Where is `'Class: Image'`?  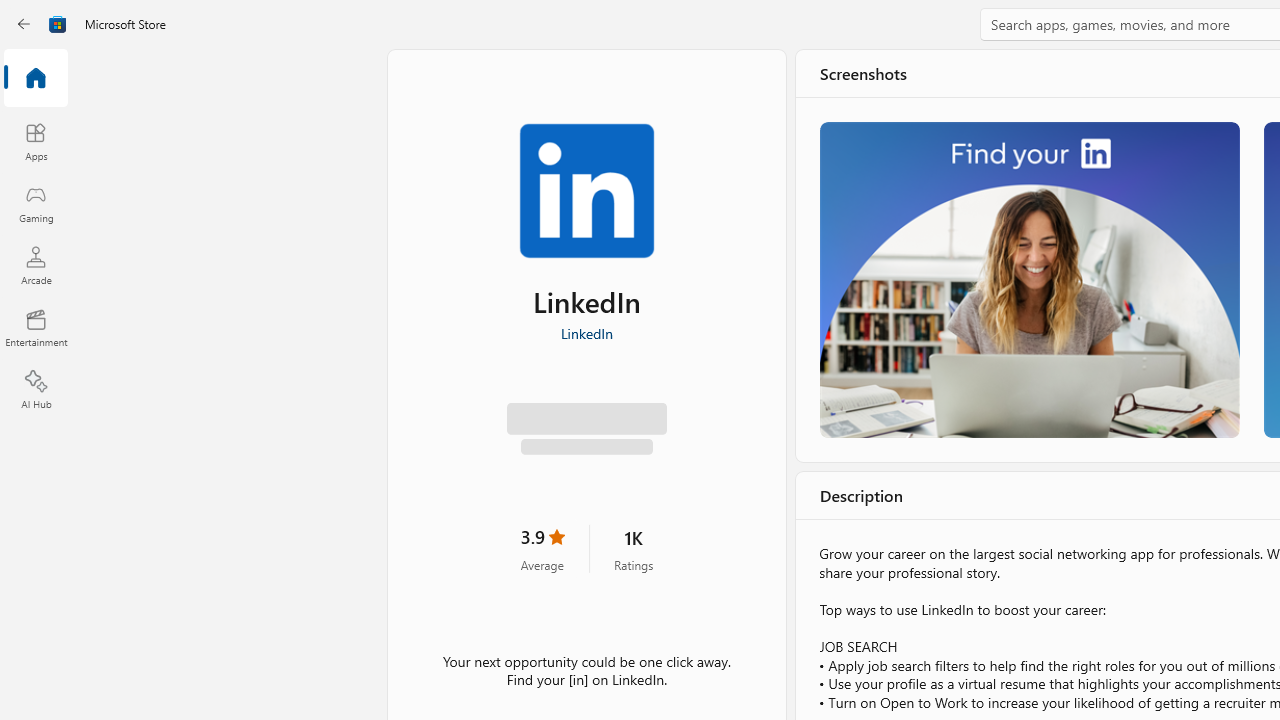 'Class: Image' is located at coordinates (58, 24).